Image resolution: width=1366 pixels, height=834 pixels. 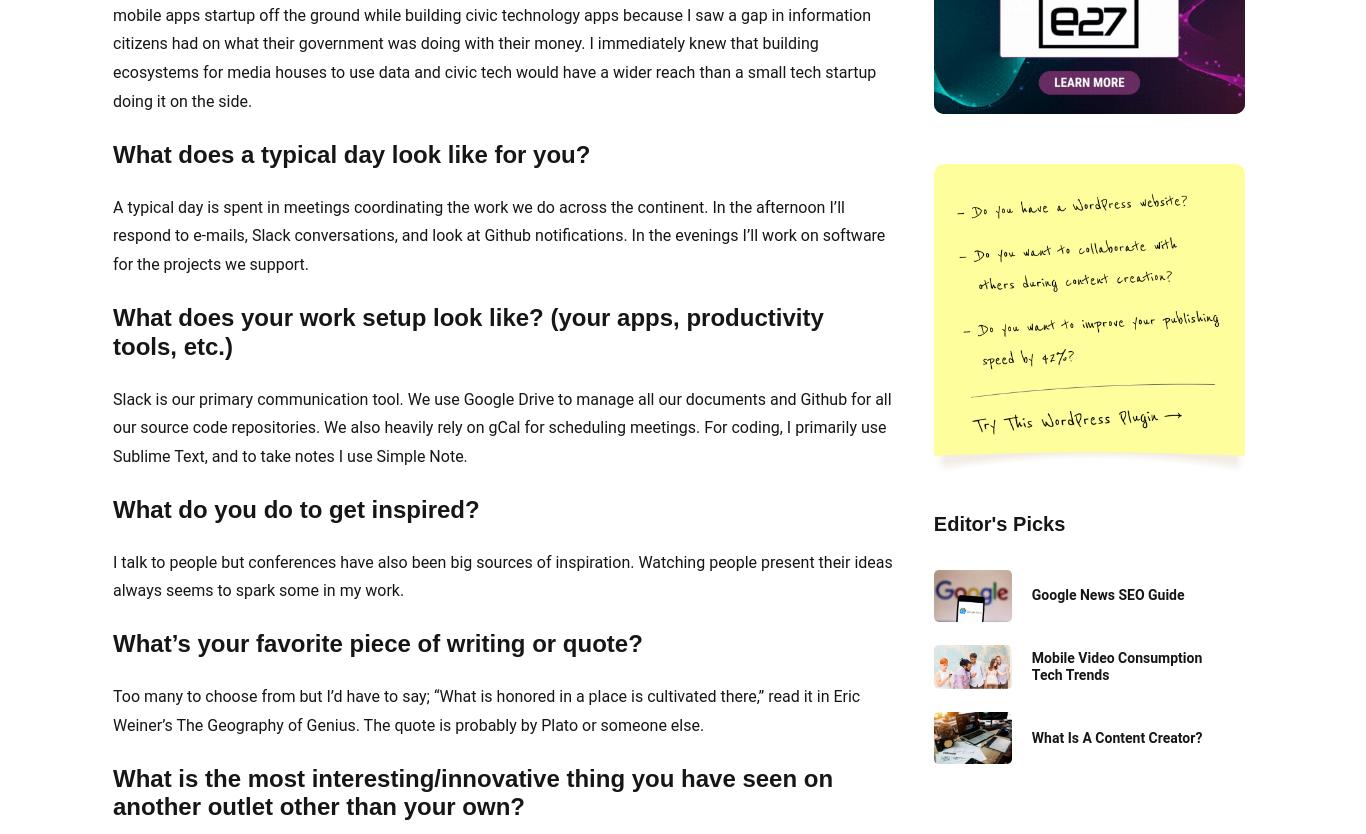 I want to click on 'What does a typical day look like for you?', so click(x=350, y=153).